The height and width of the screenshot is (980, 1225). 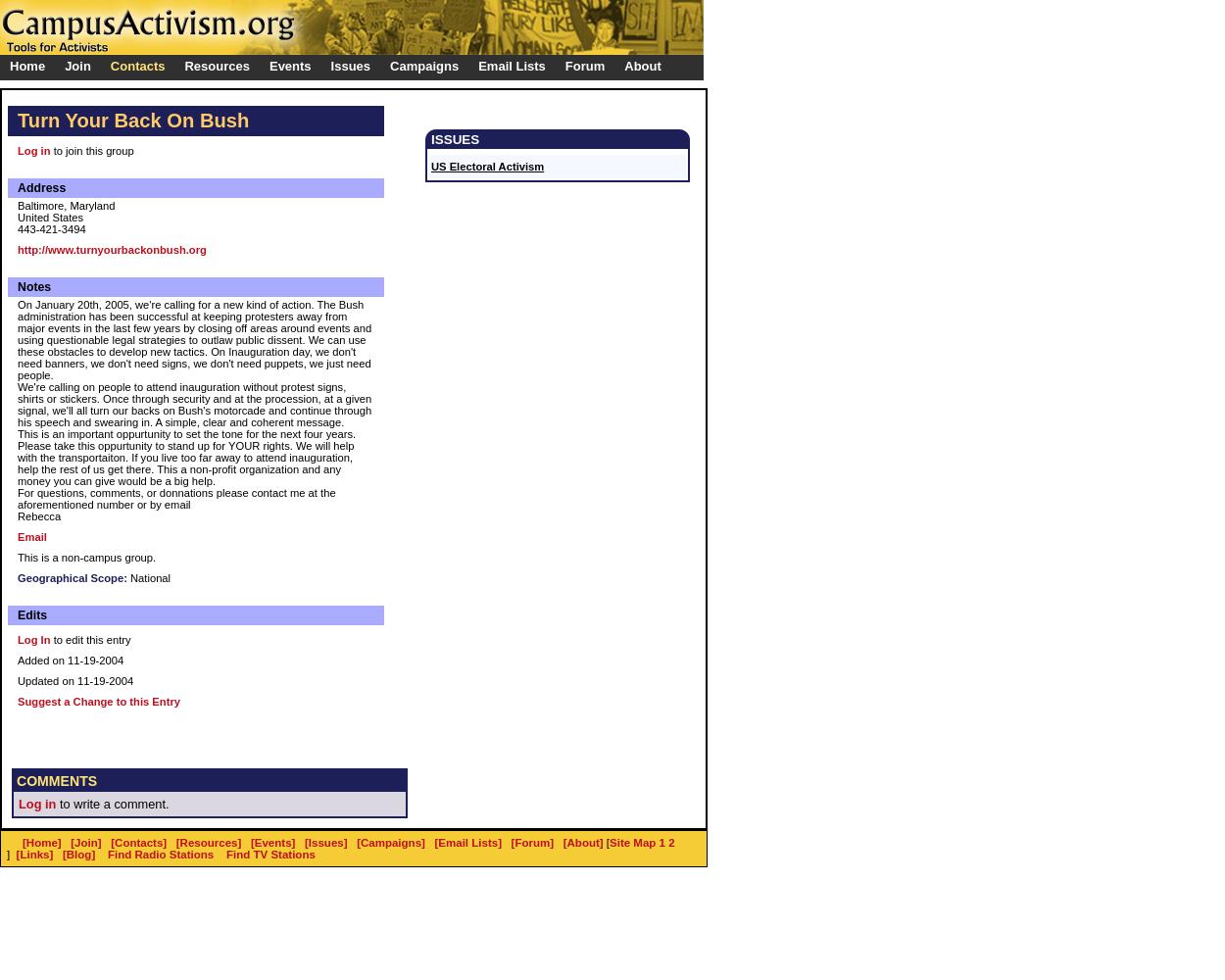 What do you see at coordinates (56, 781) in the screenshot?
I see `'COMMENTS'` at bounding box center [56, 781].